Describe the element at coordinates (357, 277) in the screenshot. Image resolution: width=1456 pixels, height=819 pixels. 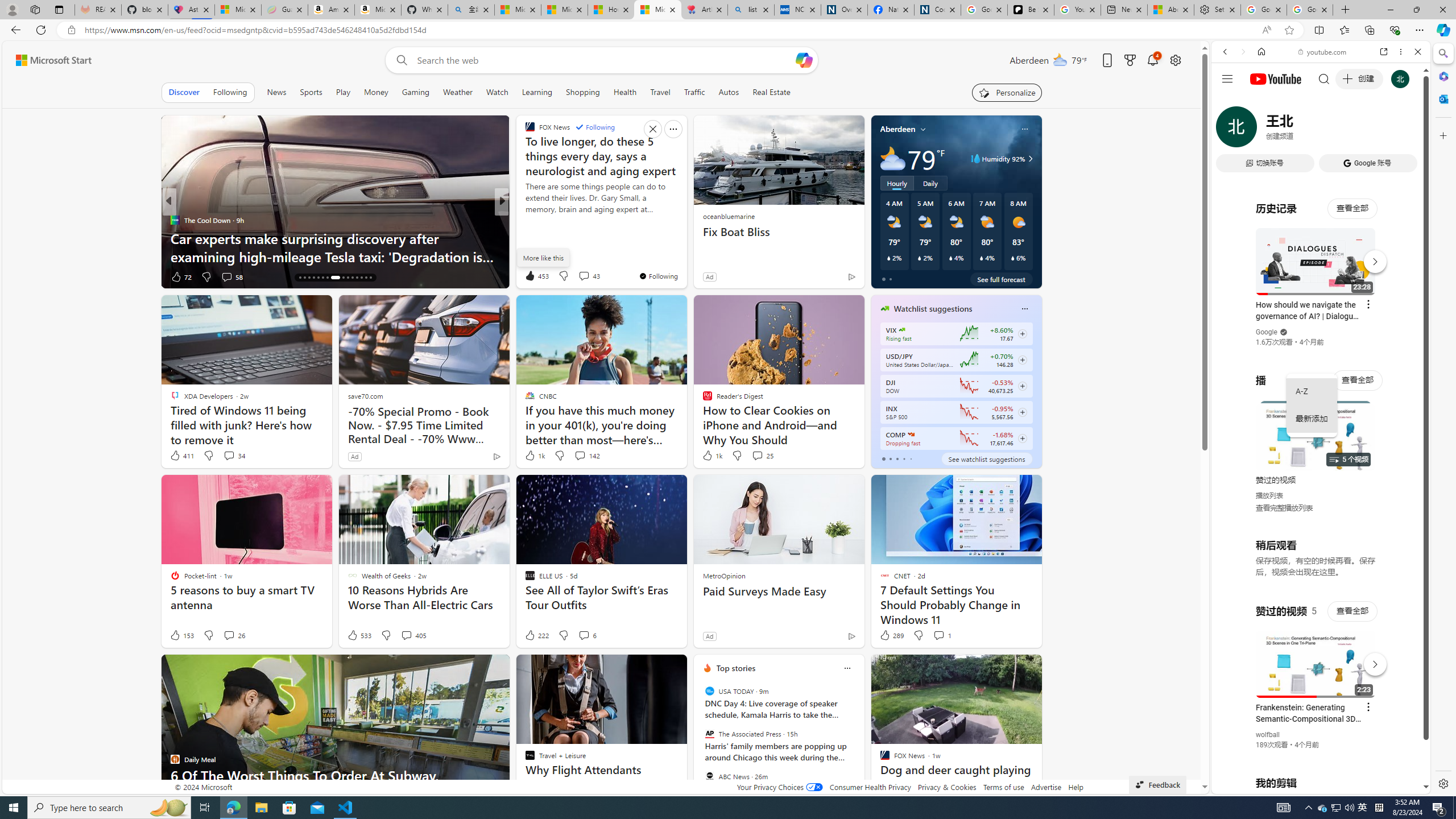
I see `'AutomationID: tab-27'` at that location.